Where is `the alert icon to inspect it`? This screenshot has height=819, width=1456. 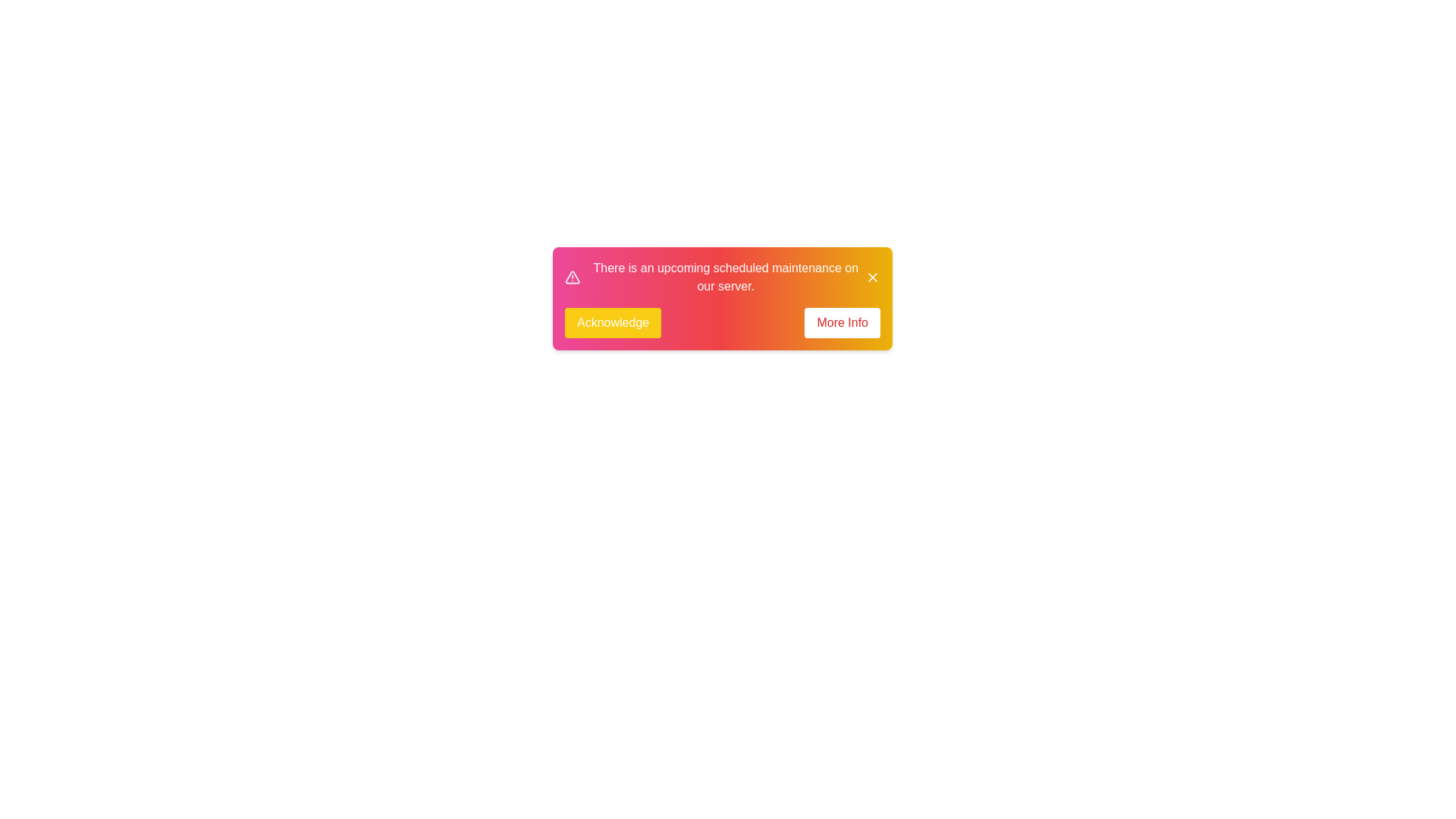
the alert icon to inspect it is located at coordinates (571, 278).